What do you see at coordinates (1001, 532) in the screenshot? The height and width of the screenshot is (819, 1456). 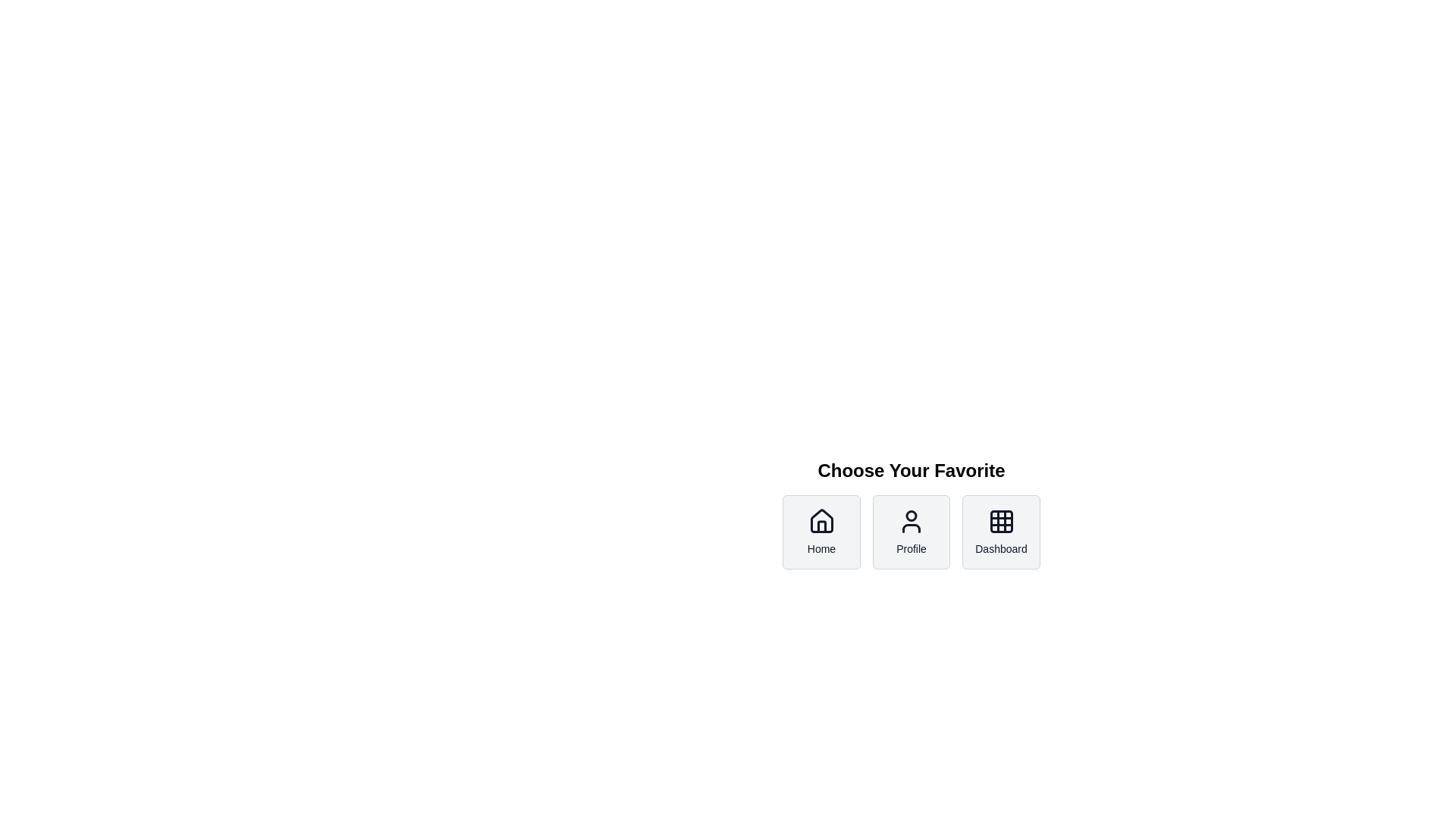 I see `the 'Dashboard' button, which is a rectangular button with rounded corners, light-gray background, and an icon of a grid above the text 'Dashboard'. It is the third button in a horizontal layout with 'Home' and 'Profile'` at bounding box center [1001, 532].